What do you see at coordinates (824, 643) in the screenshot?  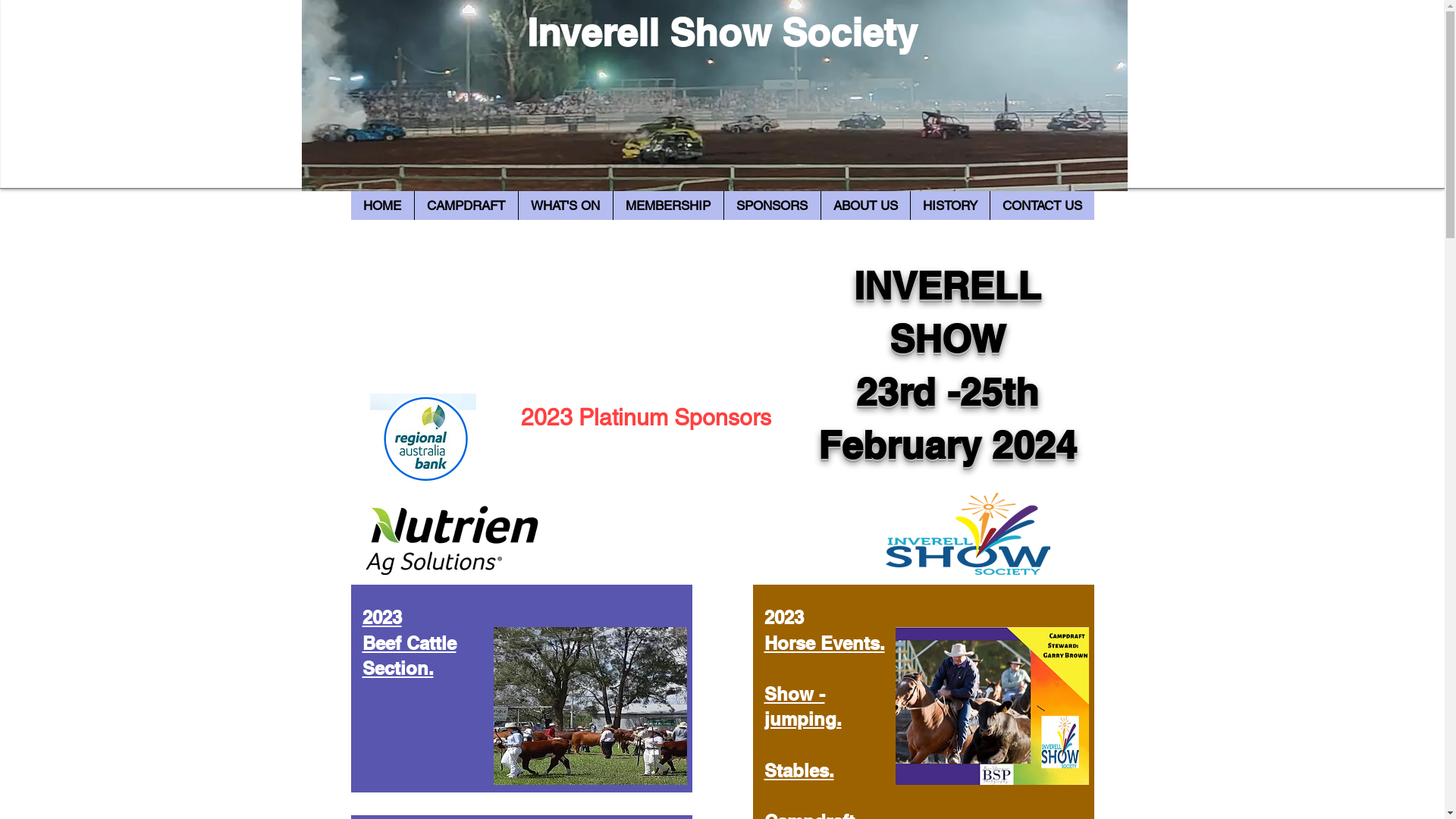 I see `'Horse Events.'` at bounding box center [824, 643].